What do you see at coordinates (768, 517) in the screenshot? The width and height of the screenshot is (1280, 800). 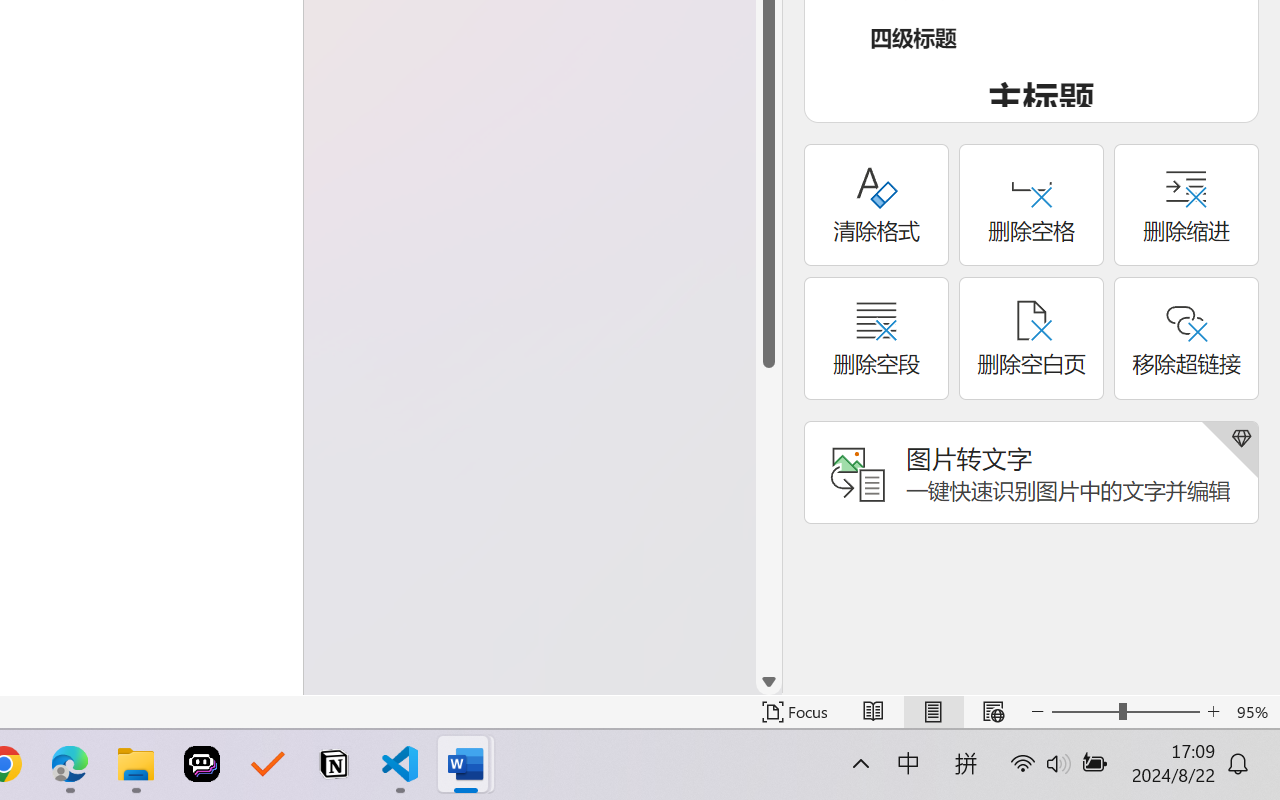 I see `'Page down'` at bounding box center [768, 517].